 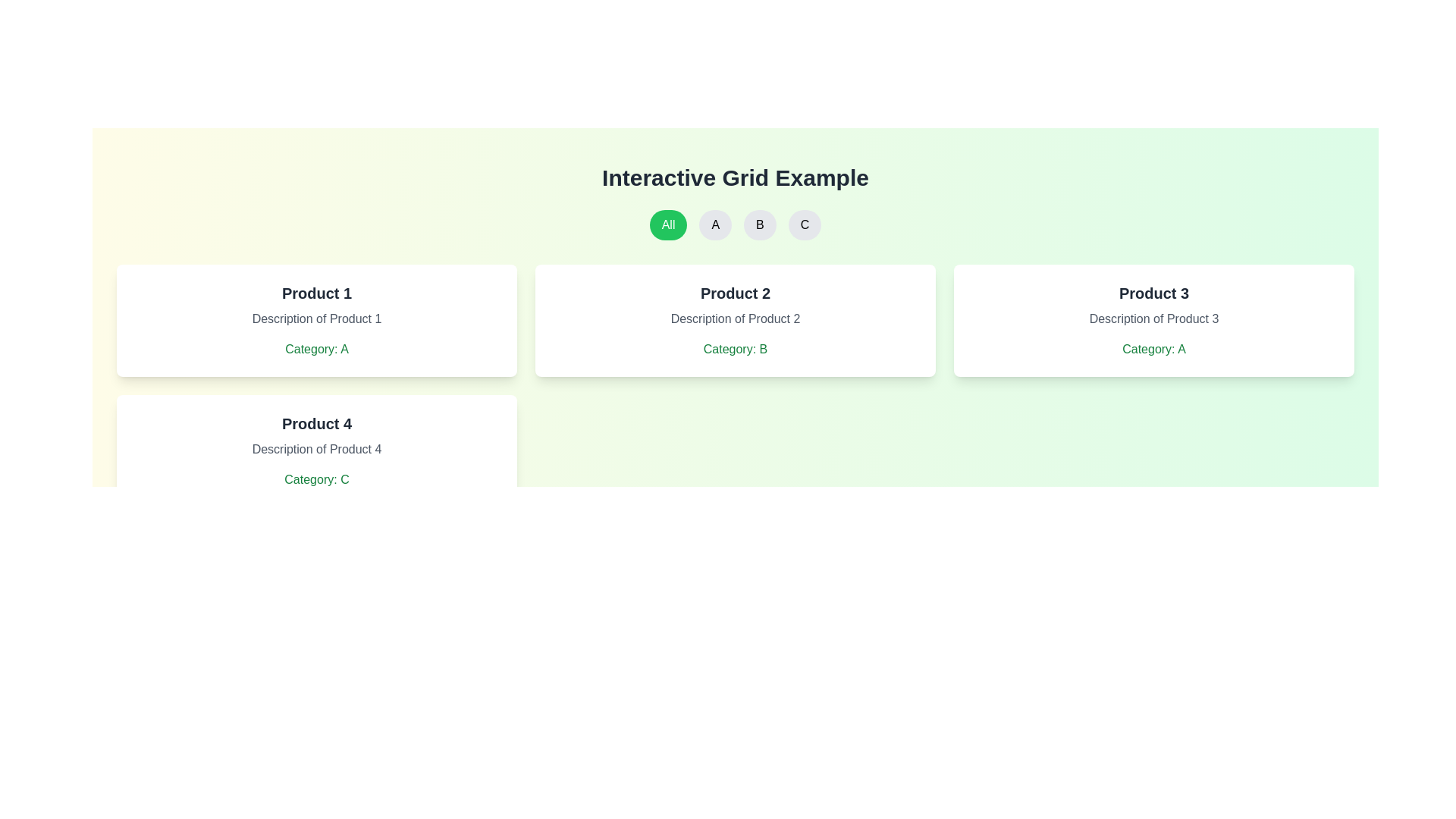 I want to click on the static text label reading 'Category: A', which is styled in green and located at the bottom of the card for 'Product 3', so click(x=1153, y=350).